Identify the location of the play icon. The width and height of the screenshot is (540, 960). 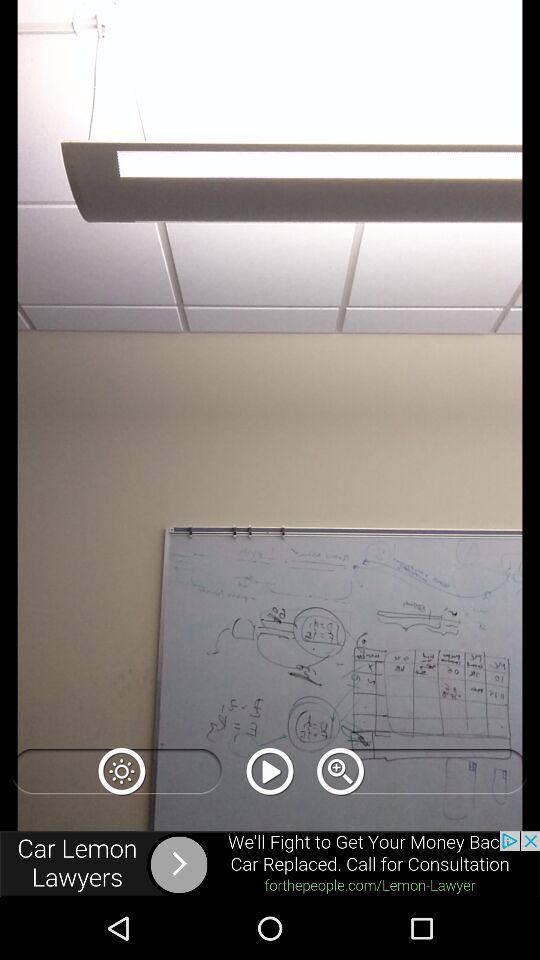
(270, 770).